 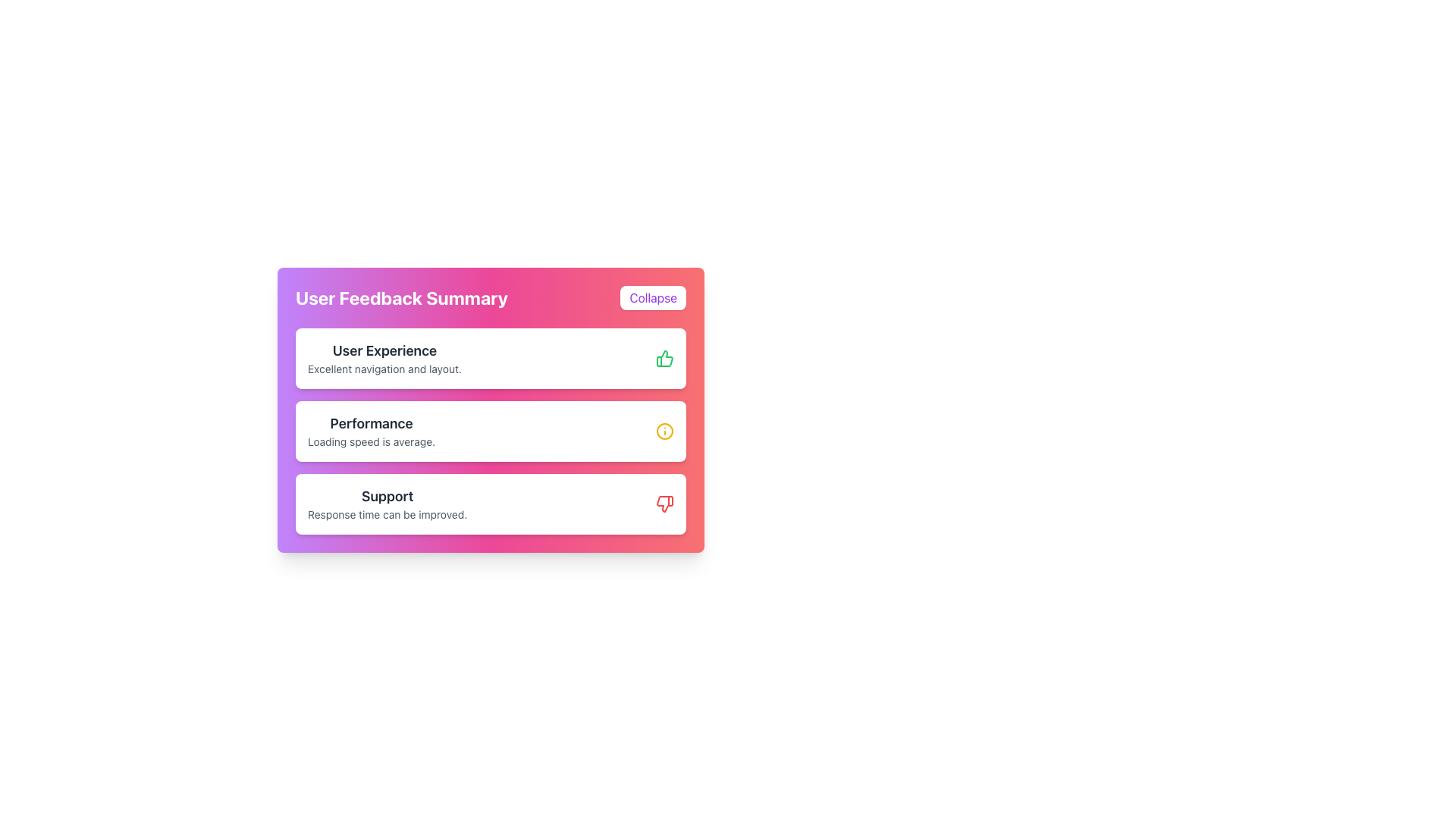 What do you see at coordinates (384, 369) in the screenshot?
I see `the light gray Text Label located directly beneath the 'User Experience' heading in the 'User Feedback Summary' panel` at bounding box center [384, 369].